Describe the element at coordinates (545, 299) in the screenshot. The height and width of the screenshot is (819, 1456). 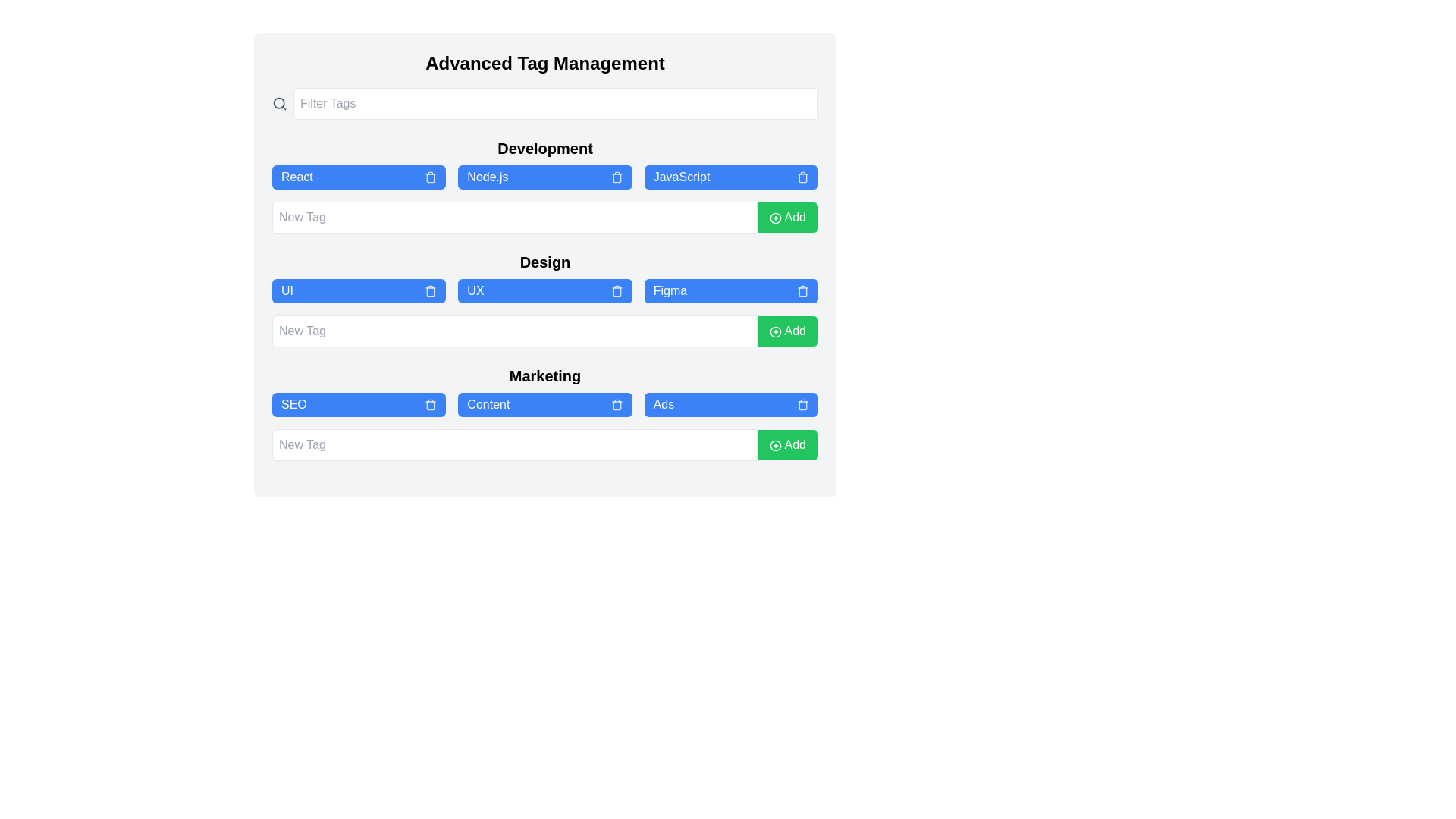
I see `the second button in the horizontal list labeled 'Design'` at that location.